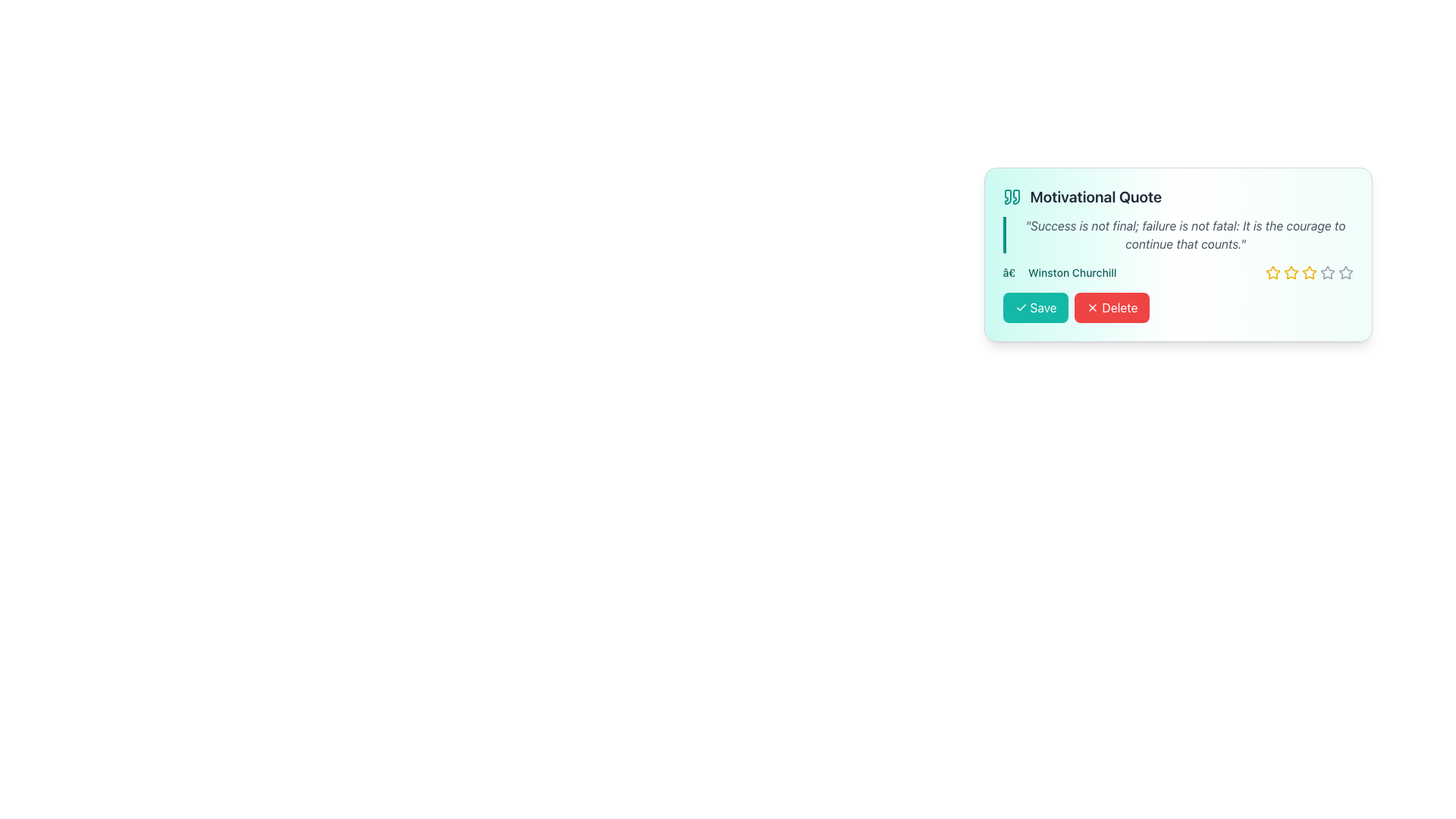  Describe the element at coordinates (1059, 271) in the screenshot. I see `the text label reading 'Winston Churchill' styled in teal color, positioned below the quote text and slightly to the left of the star rating component` at that location.